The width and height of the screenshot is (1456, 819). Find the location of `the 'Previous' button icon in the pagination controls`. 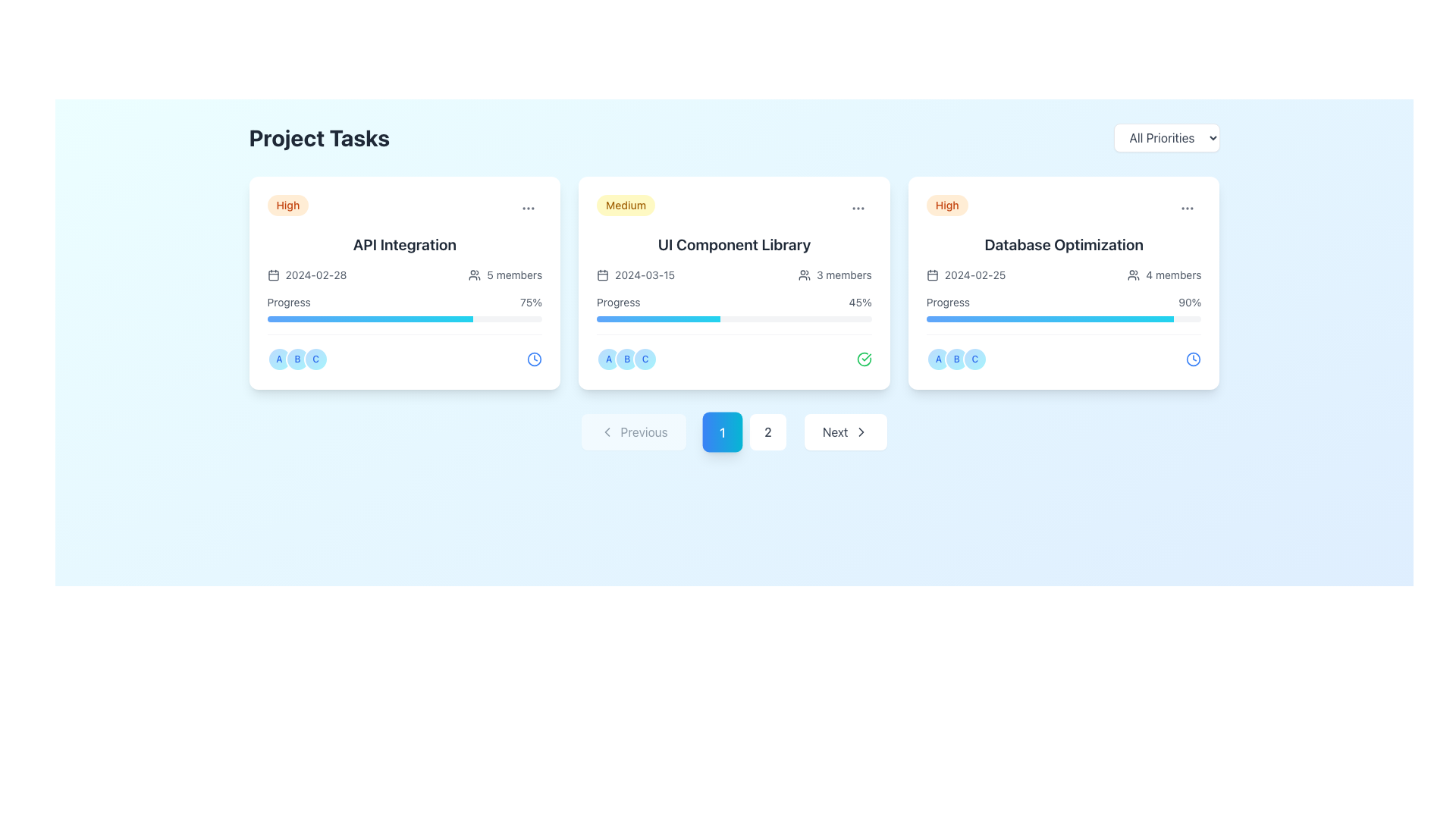

the 'Previous' button icon in the pagination controls is located at coordinates (607, 432).